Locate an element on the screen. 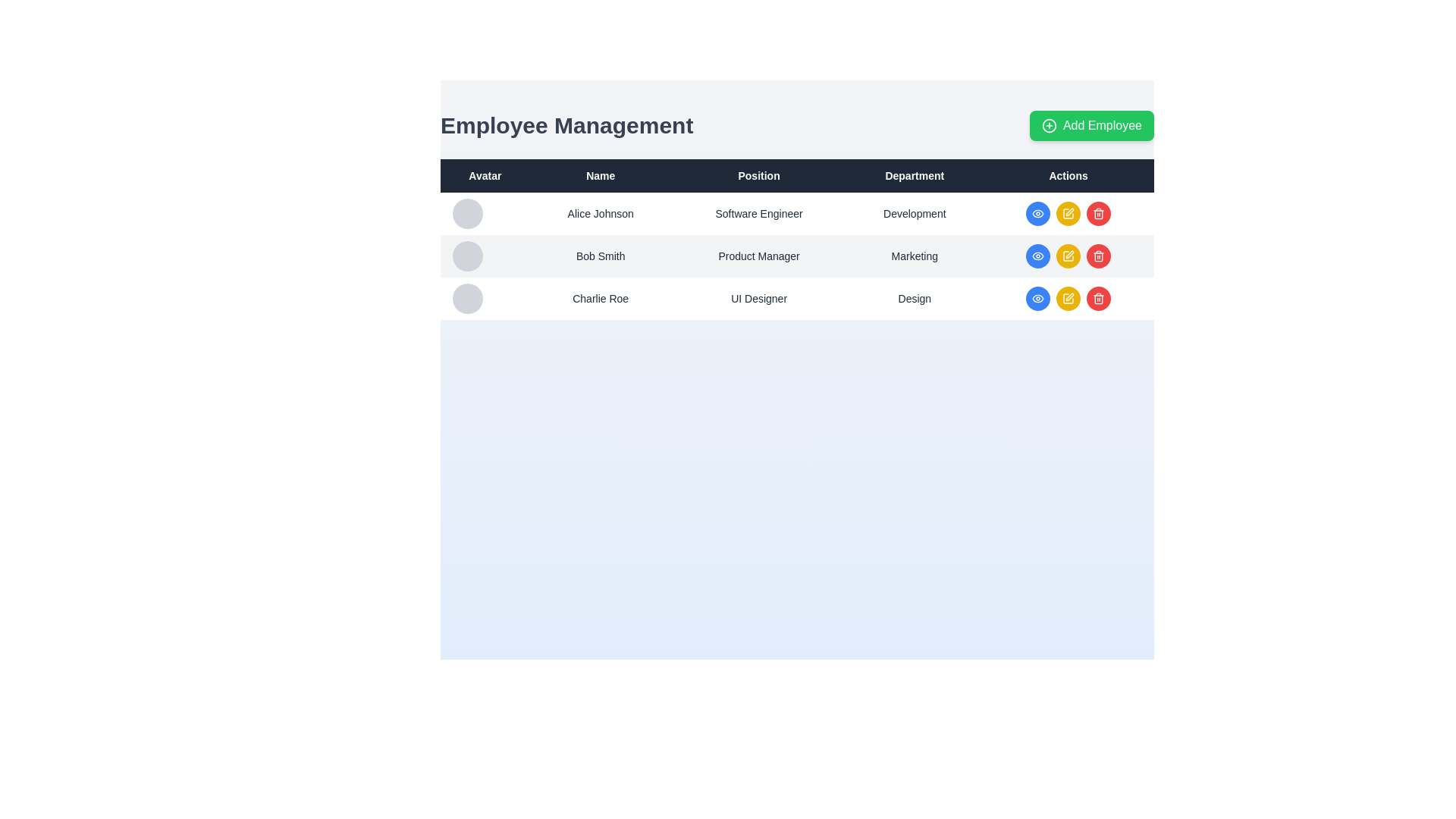  the 'Edit' button in the 'Actions' column of the last row for the employee entry of 'Charlie Roe' to initiate the edit action is located at coordinates (1068, 298).